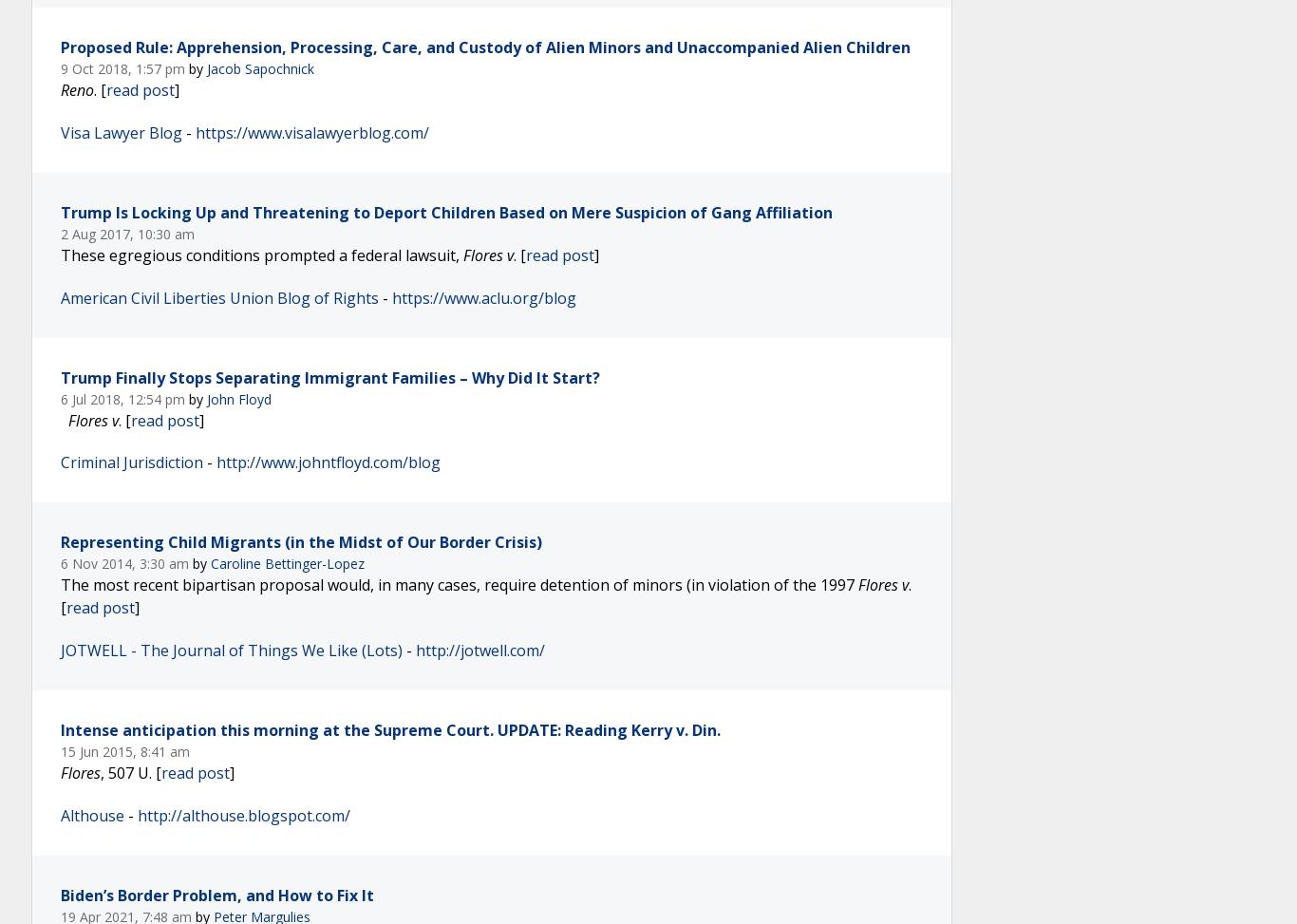 This screenshot has width=1297, height=924. Describe the element at coordinates (61, 893) in the screenshot. I see `'Biden’s Border Problem, and How to Fix It'` at that location.